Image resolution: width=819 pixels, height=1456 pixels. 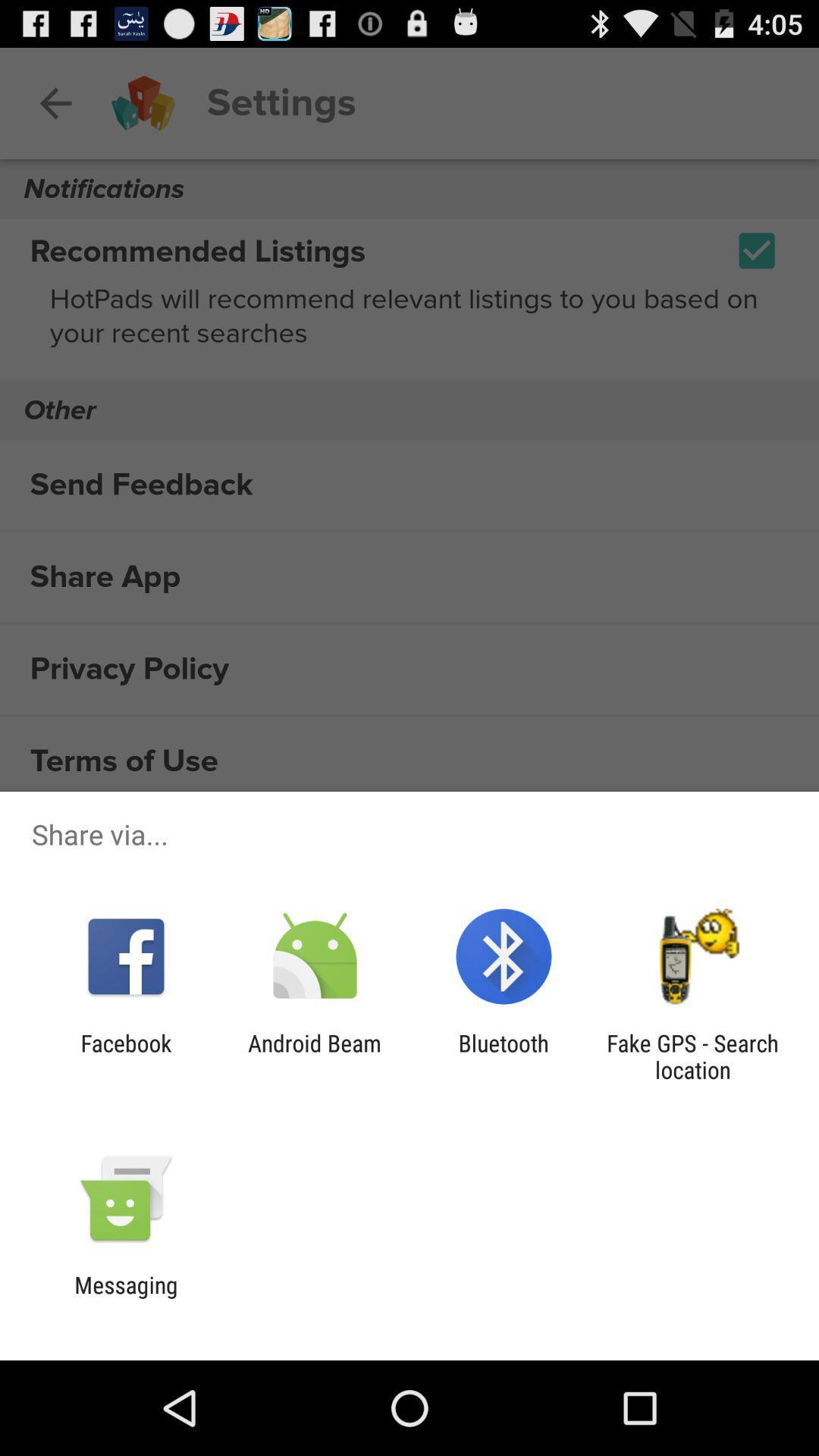 What do you see at coordinates (504, 1056) in the screenshot?
I see `item next to android beam icon` at bounding box center [504, 1056].